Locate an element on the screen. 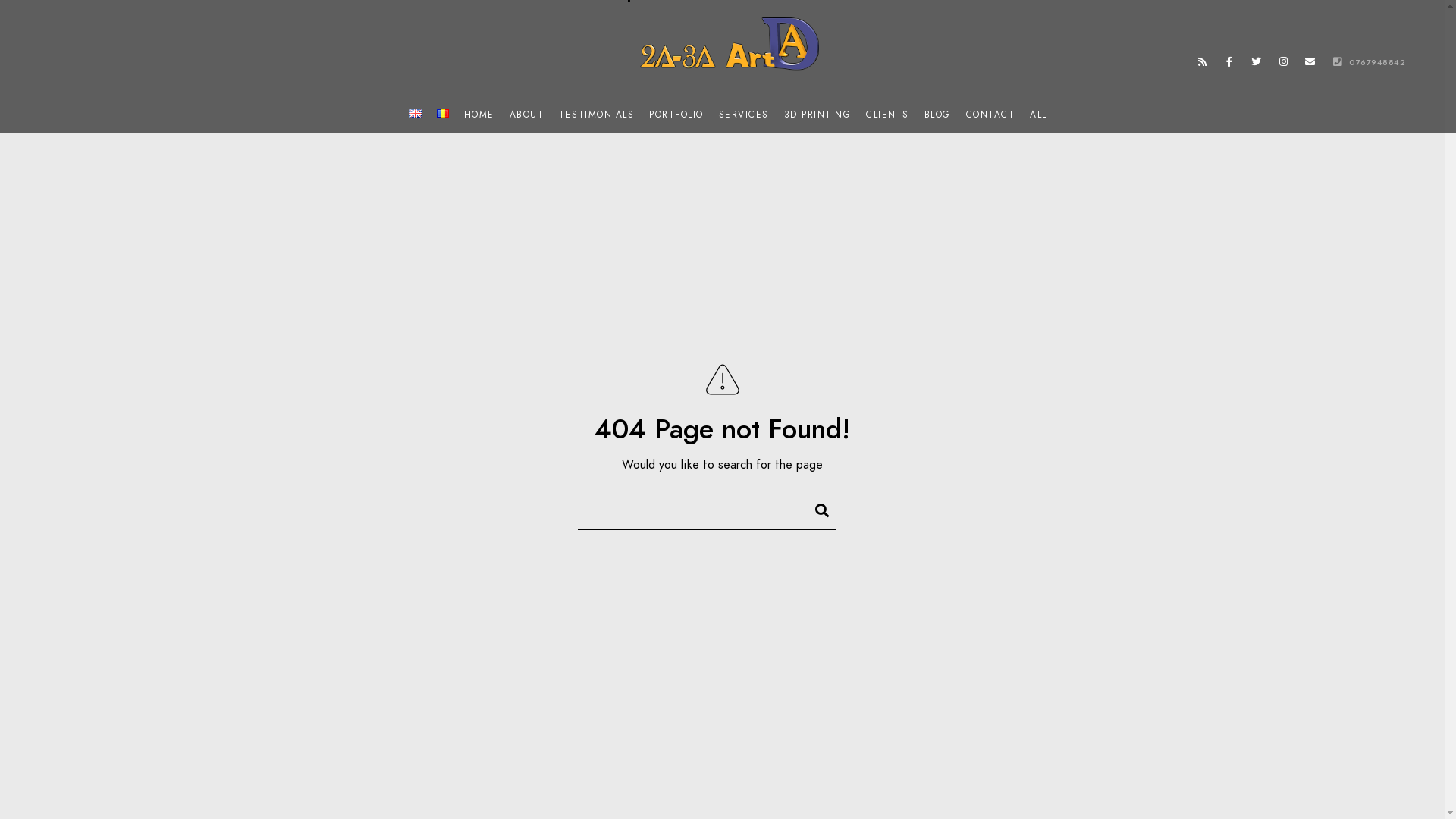  'Search' is located at coordinates (814, 508).